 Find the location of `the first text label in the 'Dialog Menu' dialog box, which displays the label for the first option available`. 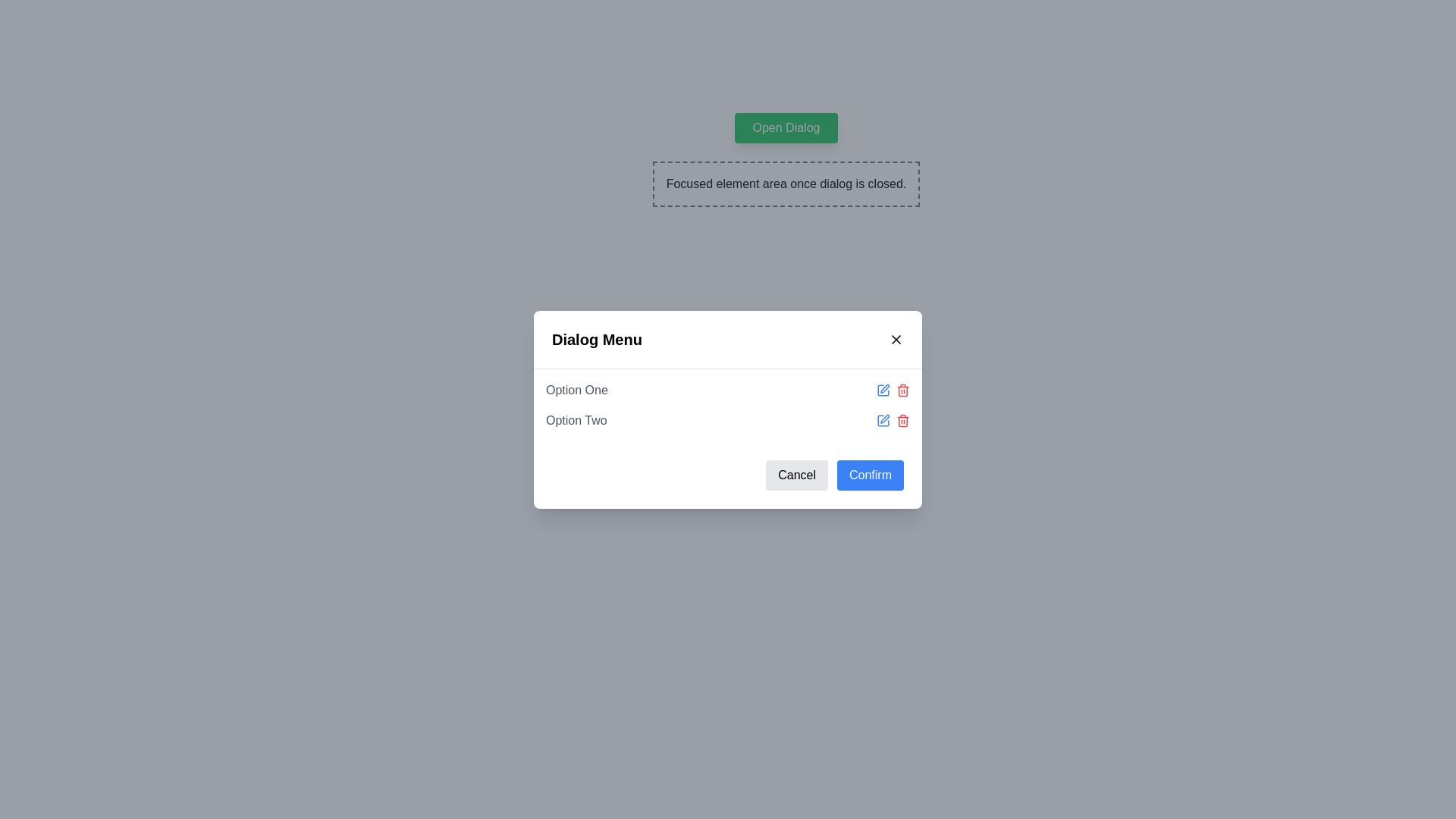

the first text label in the 'Dialog Menu' dialog box, which displays the label for the first option available is located at coordinates (576, 389).